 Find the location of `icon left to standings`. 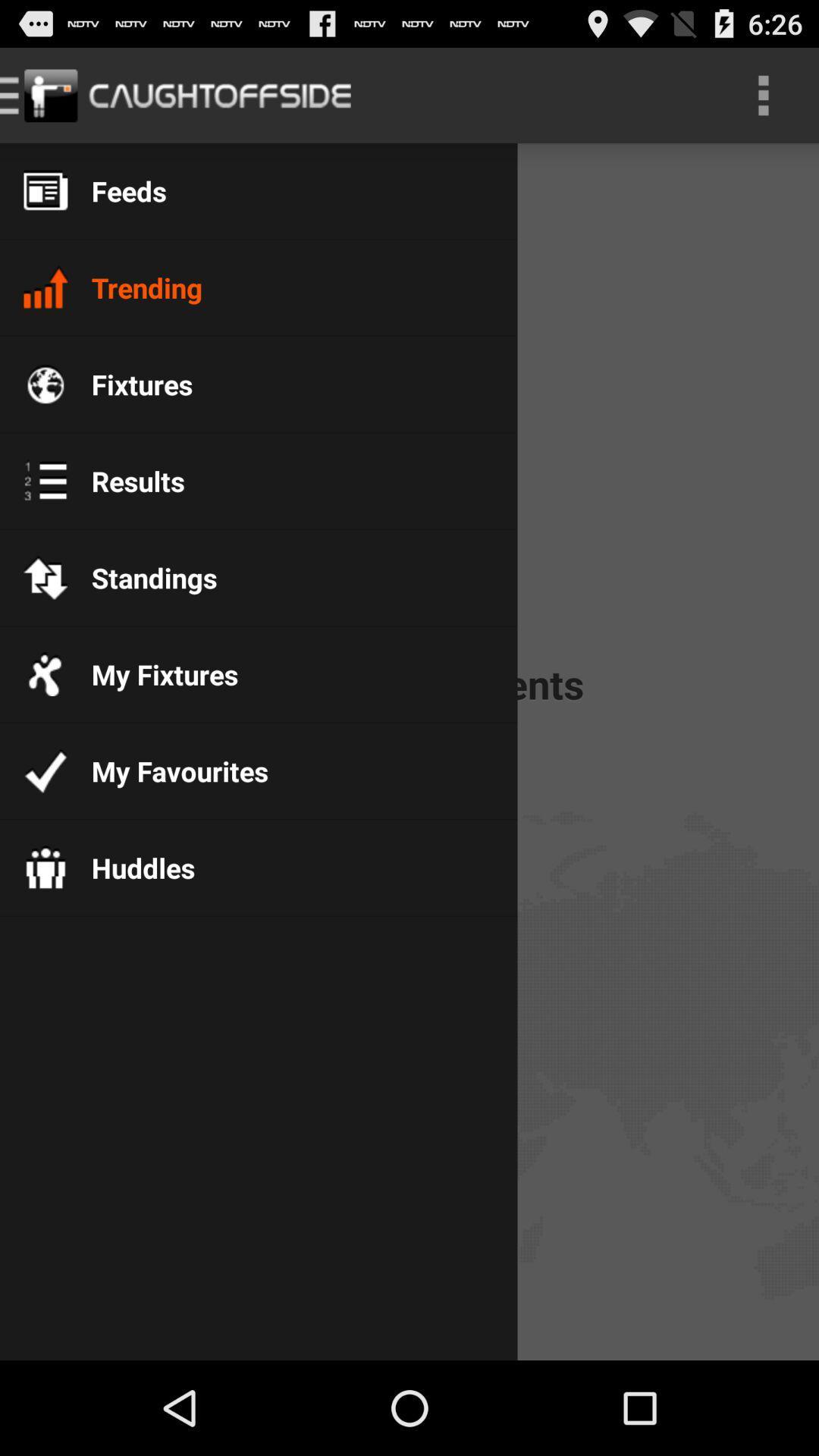

icon left to standings is located at coordinates (45, 577).